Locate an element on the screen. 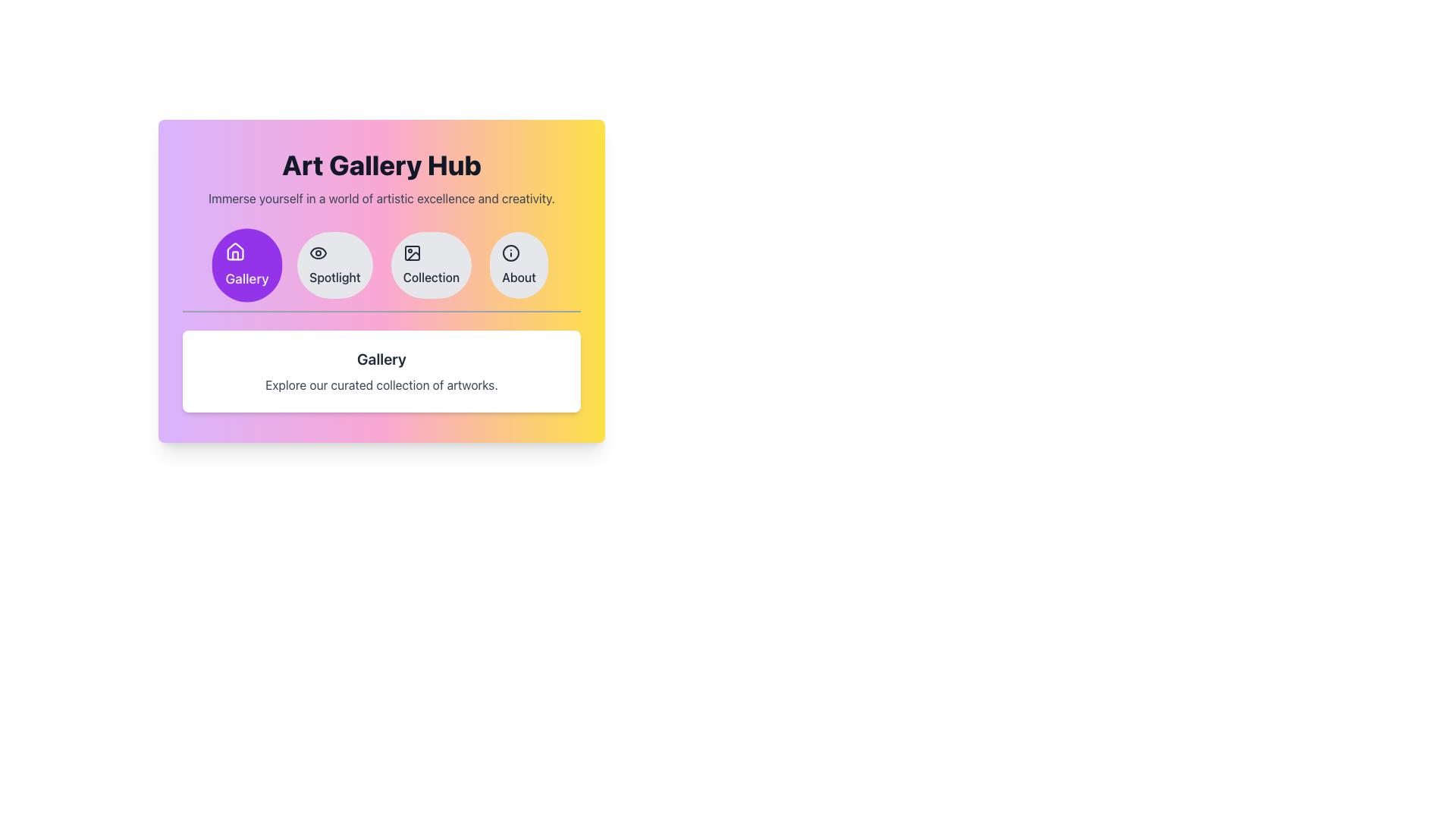  the title text 'Gallery', which is positioned centrally within a white box, indicating the purpose of the gallery content is located at coordinates (381, 359).